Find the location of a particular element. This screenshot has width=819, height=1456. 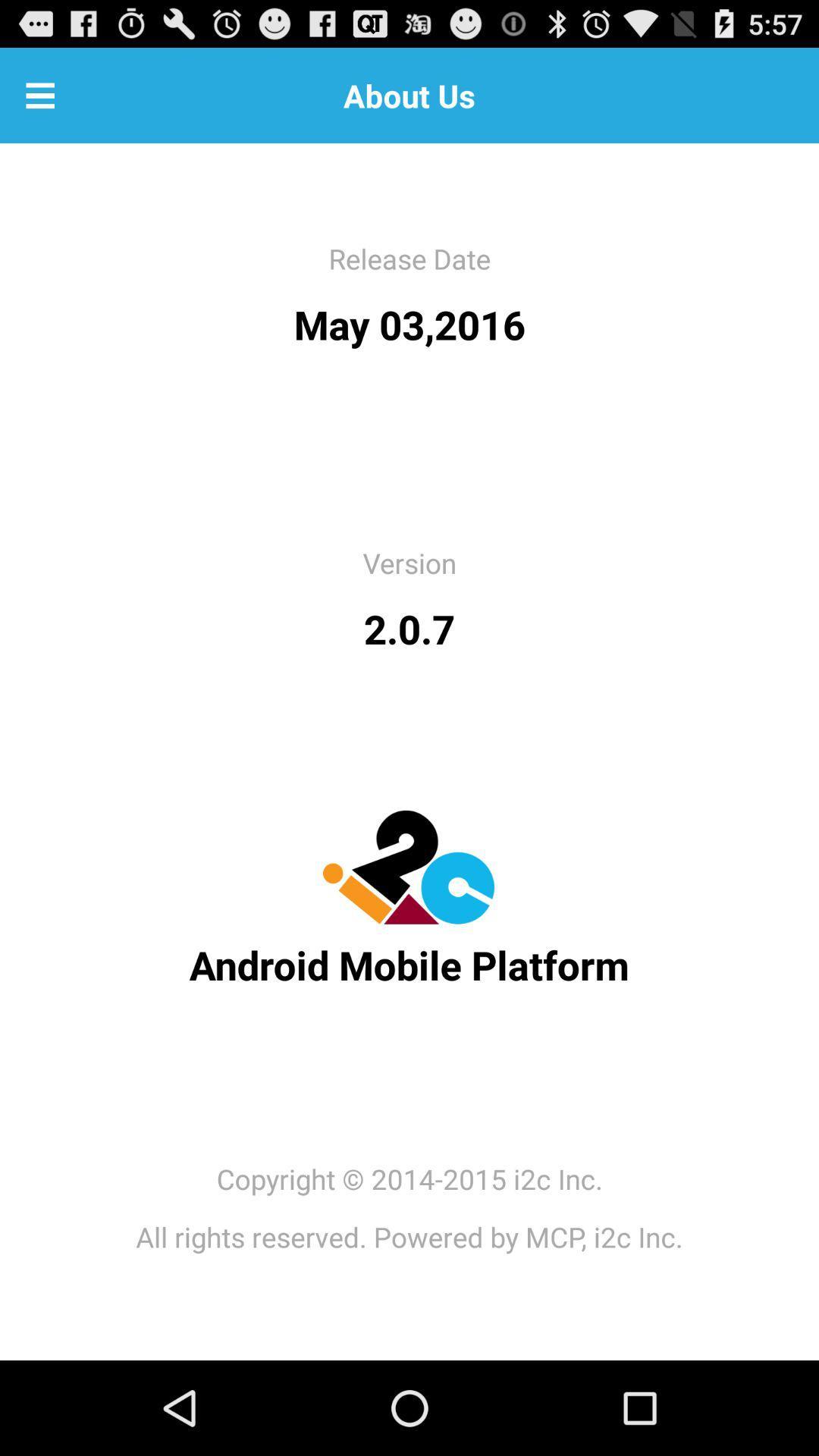

the icon next to the about us item is located at coordinates (39, 94).